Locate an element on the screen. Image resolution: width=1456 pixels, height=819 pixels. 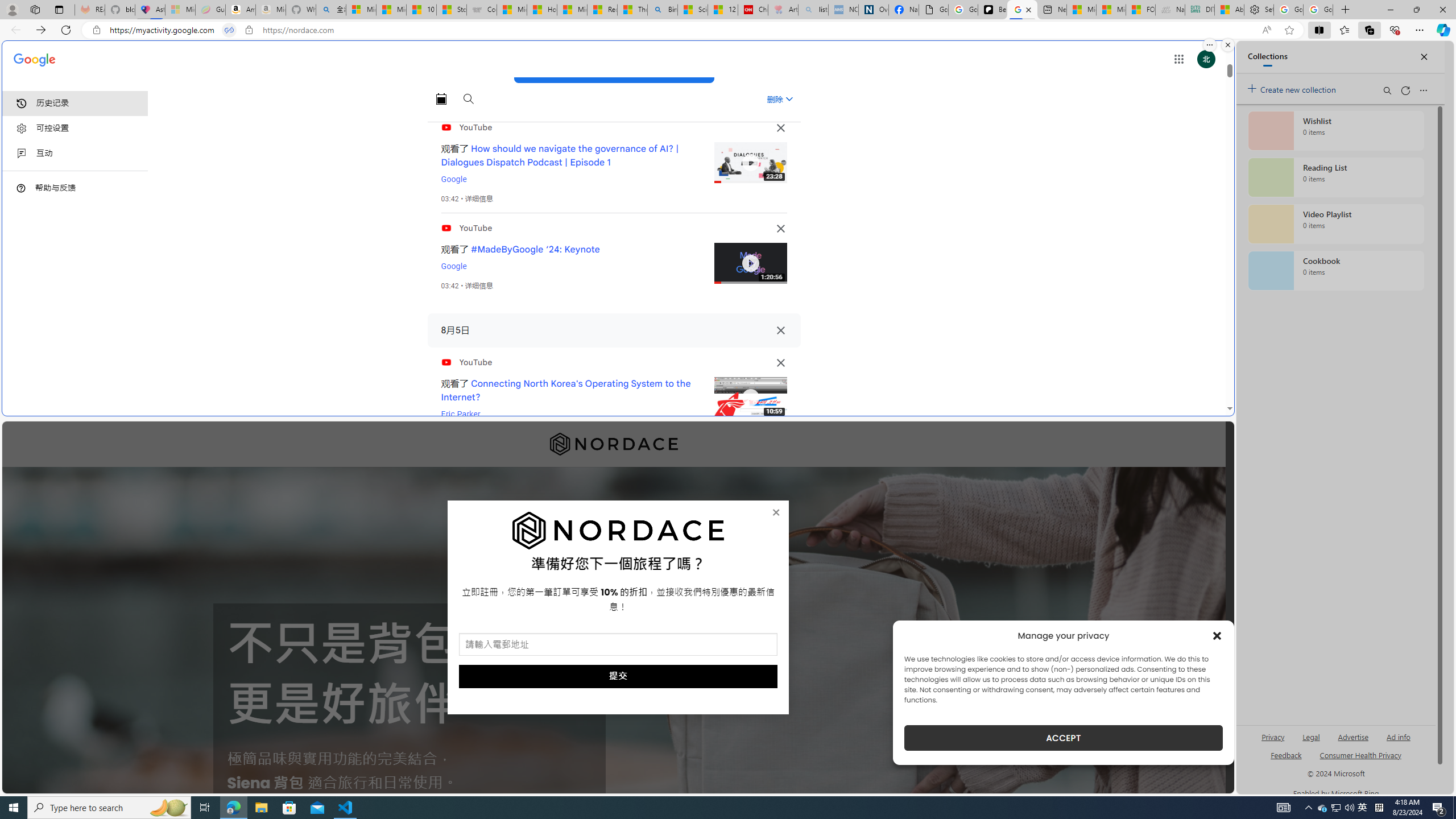
'Class: IVR0f NMm5M' is located at coordinates (750, 397).